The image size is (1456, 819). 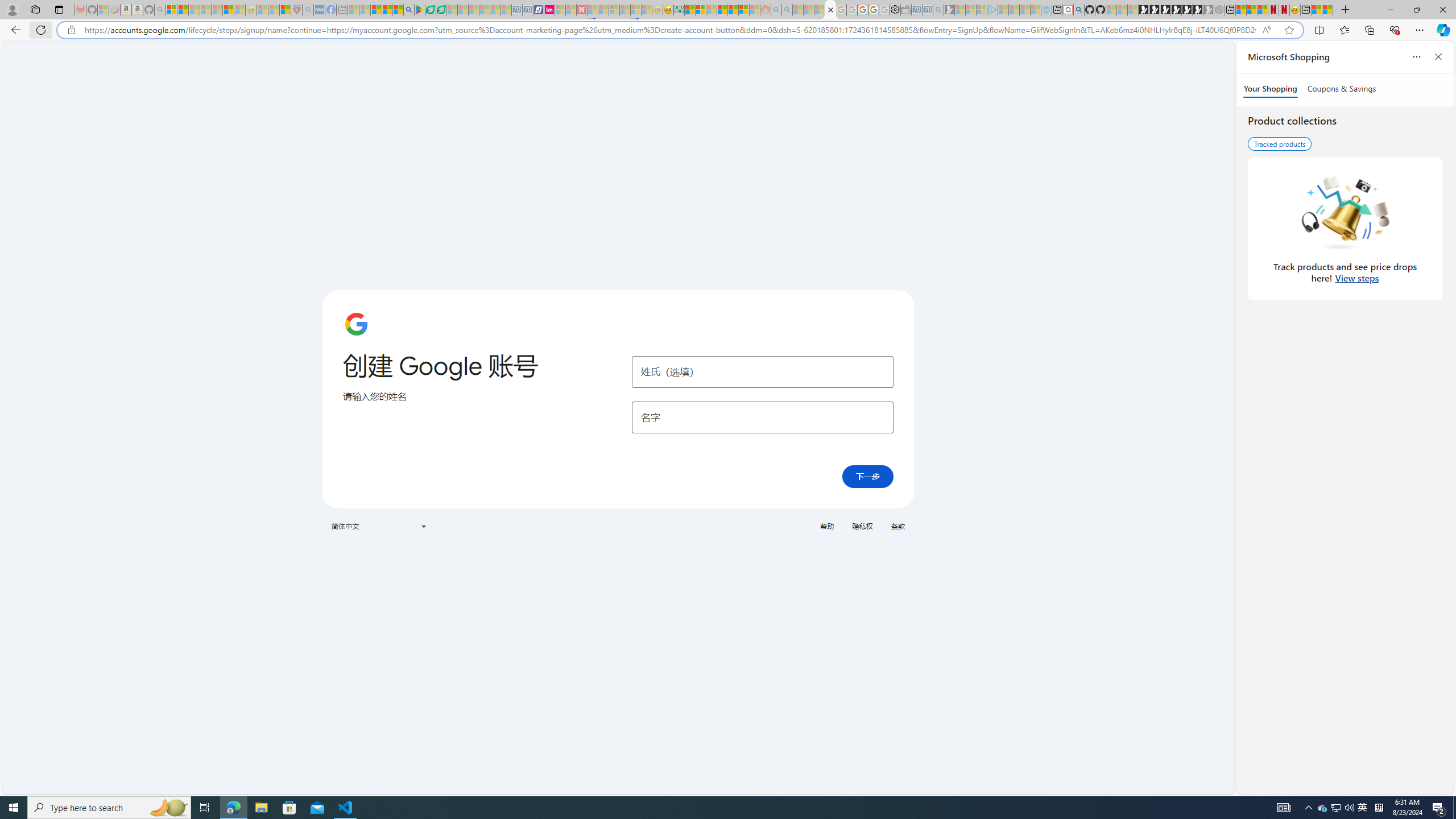 What do you see at coordinates (1144, 9) in the screenshot?
I see `'Play Free Online Games | Games from Microsoft Start'` at bounding box center [1144, 9].